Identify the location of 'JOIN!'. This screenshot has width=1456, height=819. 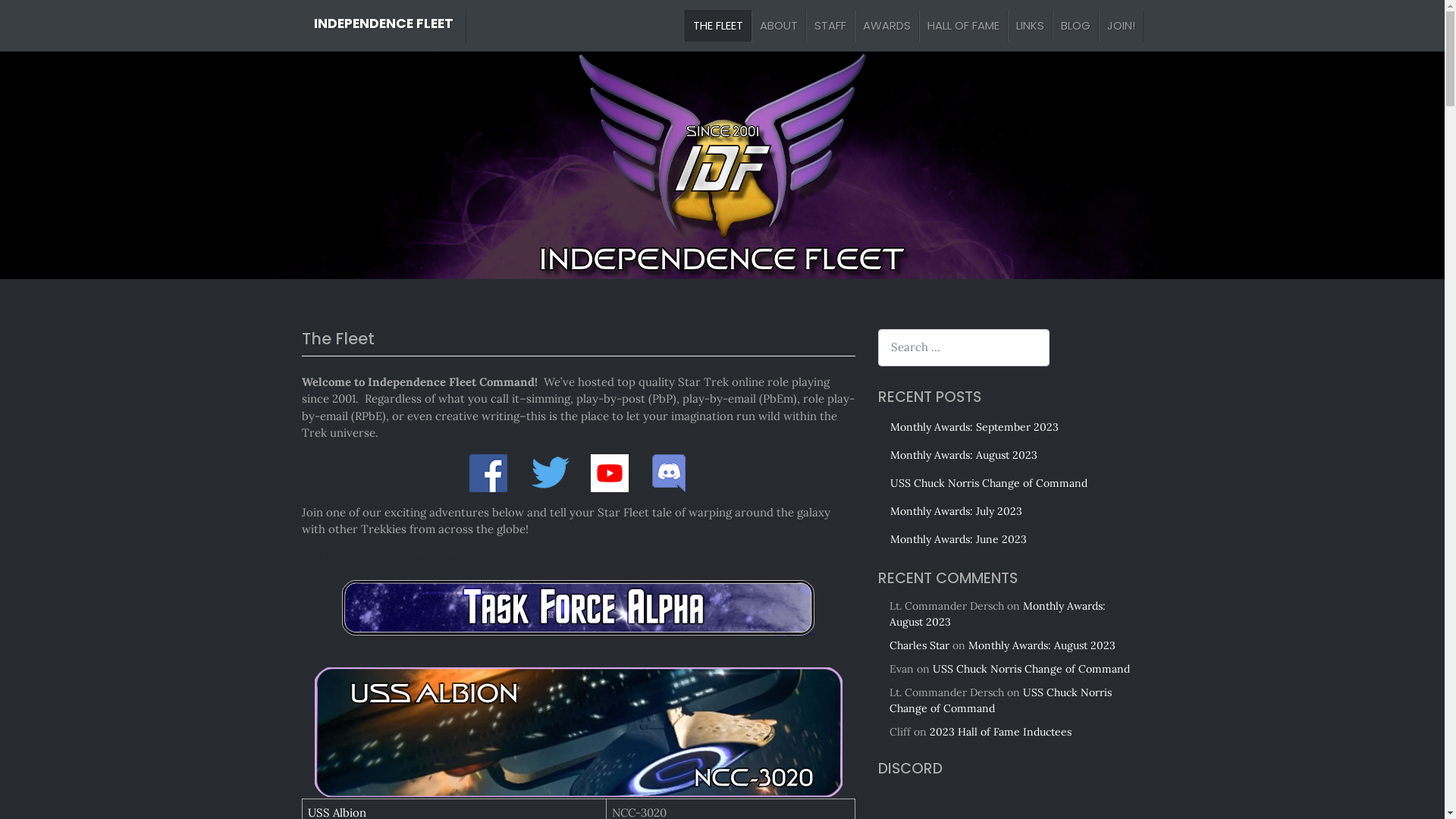
(1120, 26).